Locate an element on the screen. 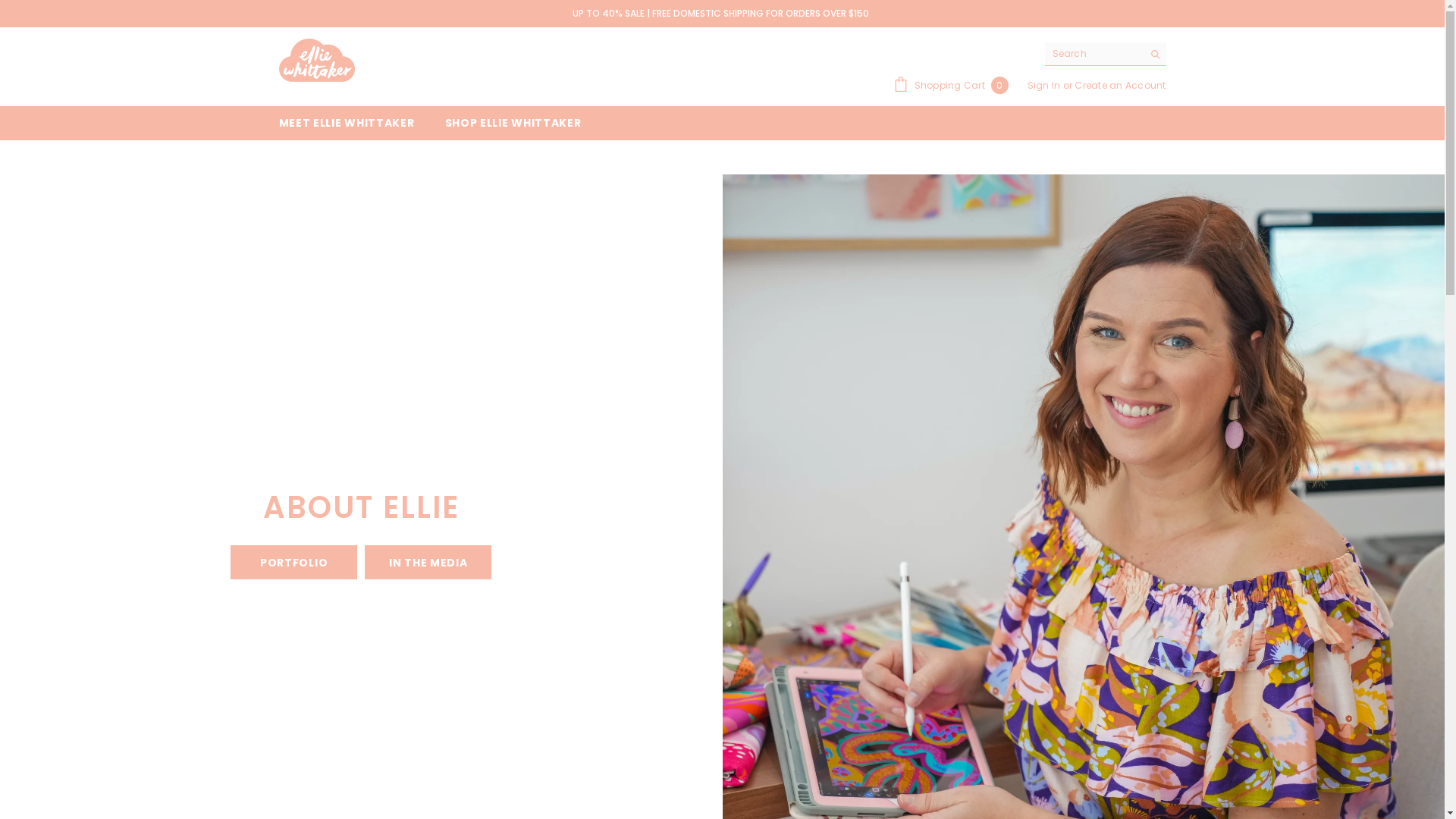 The image size is (1456, 819). 'IN THE MEDIA' is located at coordinates (427, 562).